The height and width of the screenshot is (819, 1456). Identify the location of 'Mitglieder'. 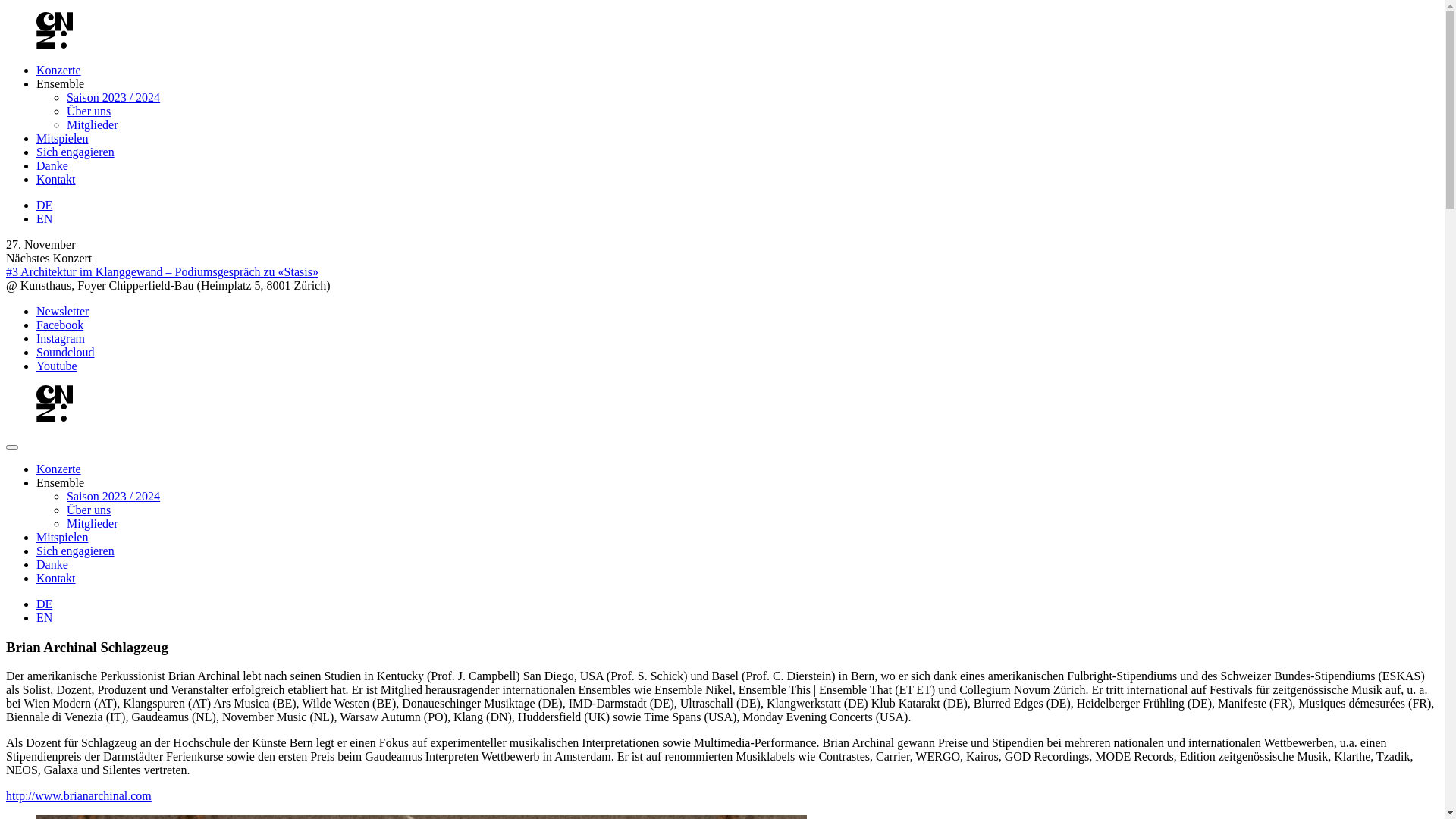
(91, 124).